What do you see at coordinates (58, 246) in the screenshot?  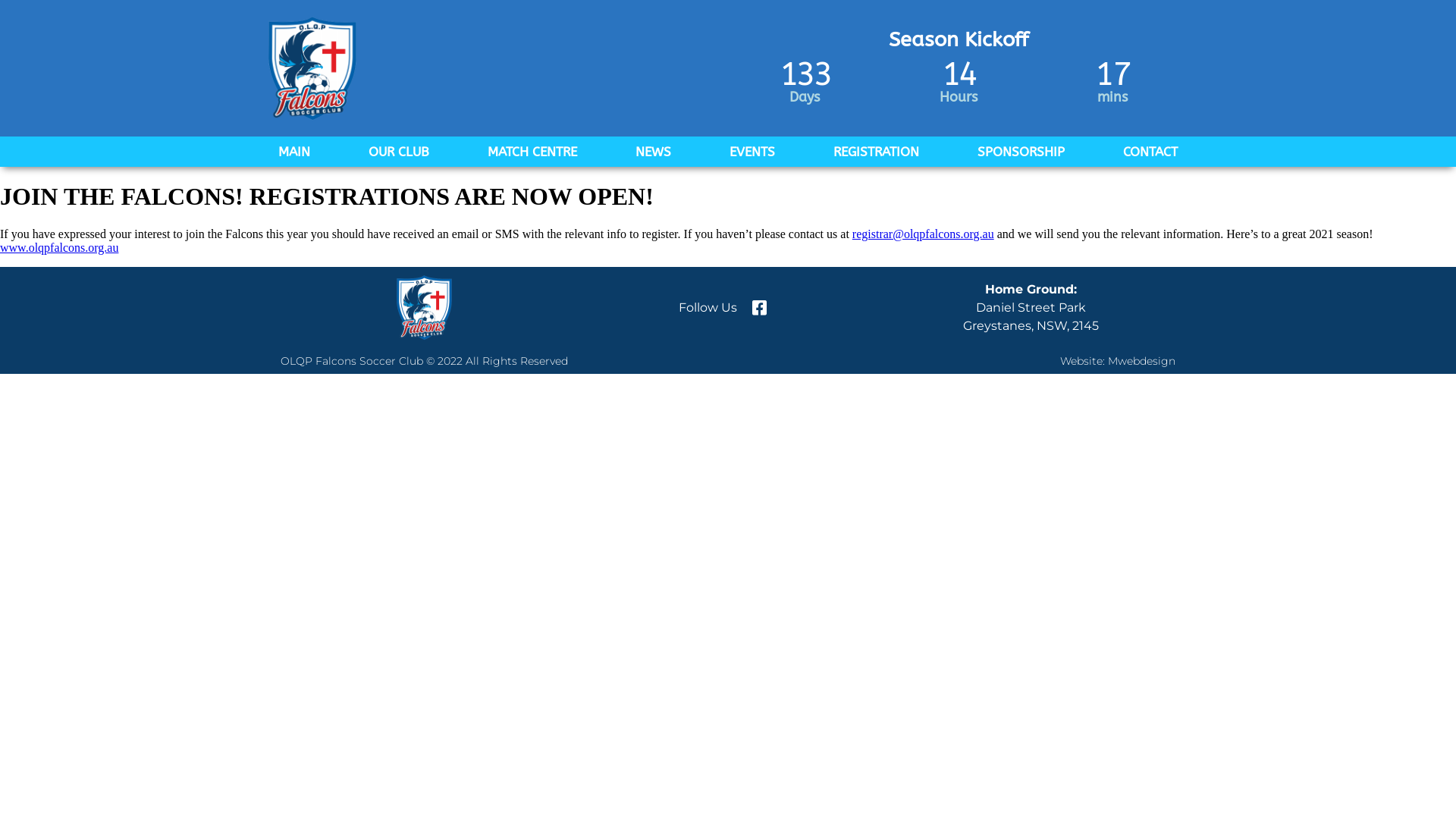 I see `'www.olqpfalcons.org.au'` at bounding box center [58, 246].